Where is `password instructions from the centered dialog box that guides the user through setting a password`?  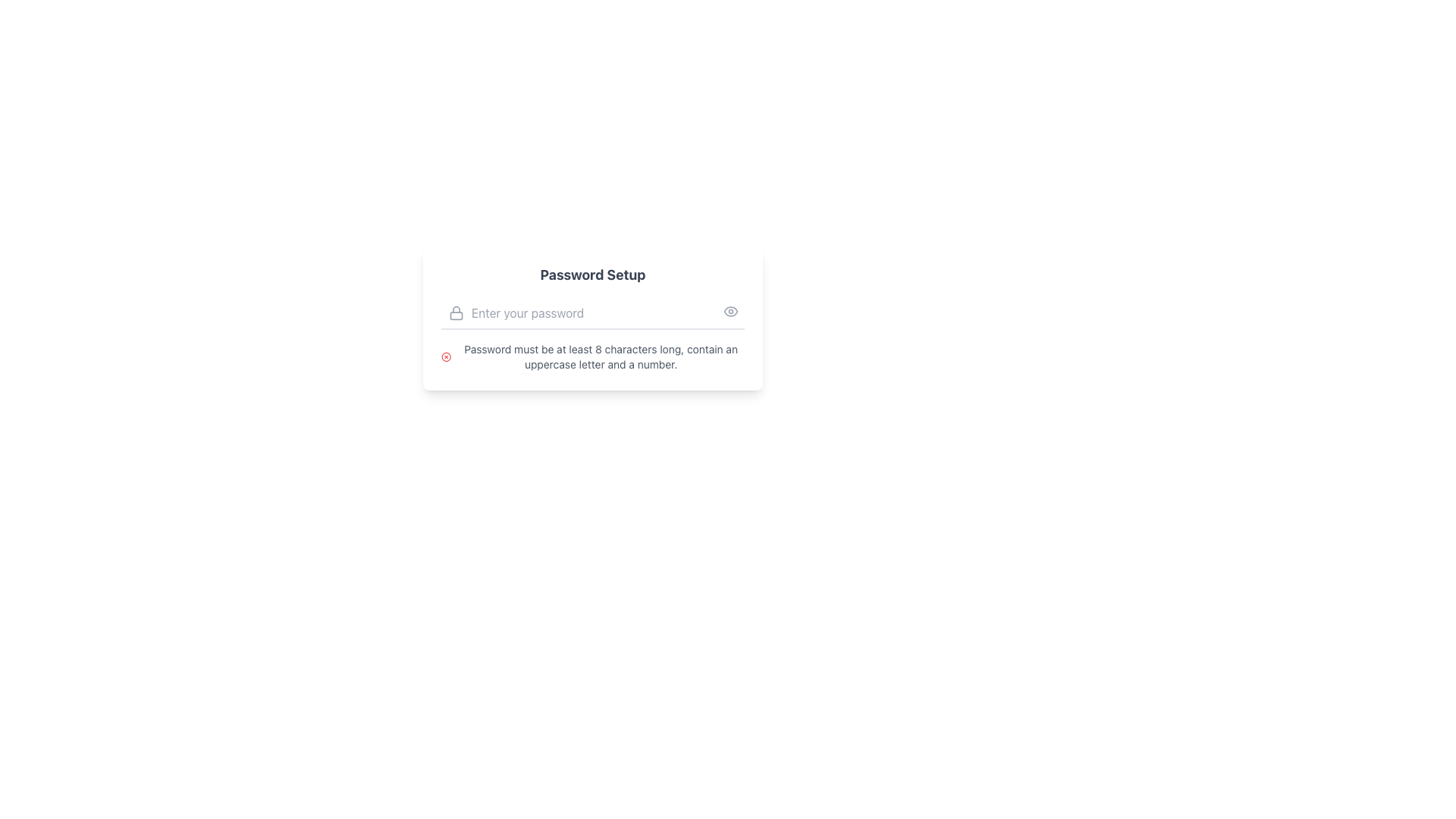 password instructions from the centered dialog box that guides the user through setting a password is located at coordinates (592, 348).